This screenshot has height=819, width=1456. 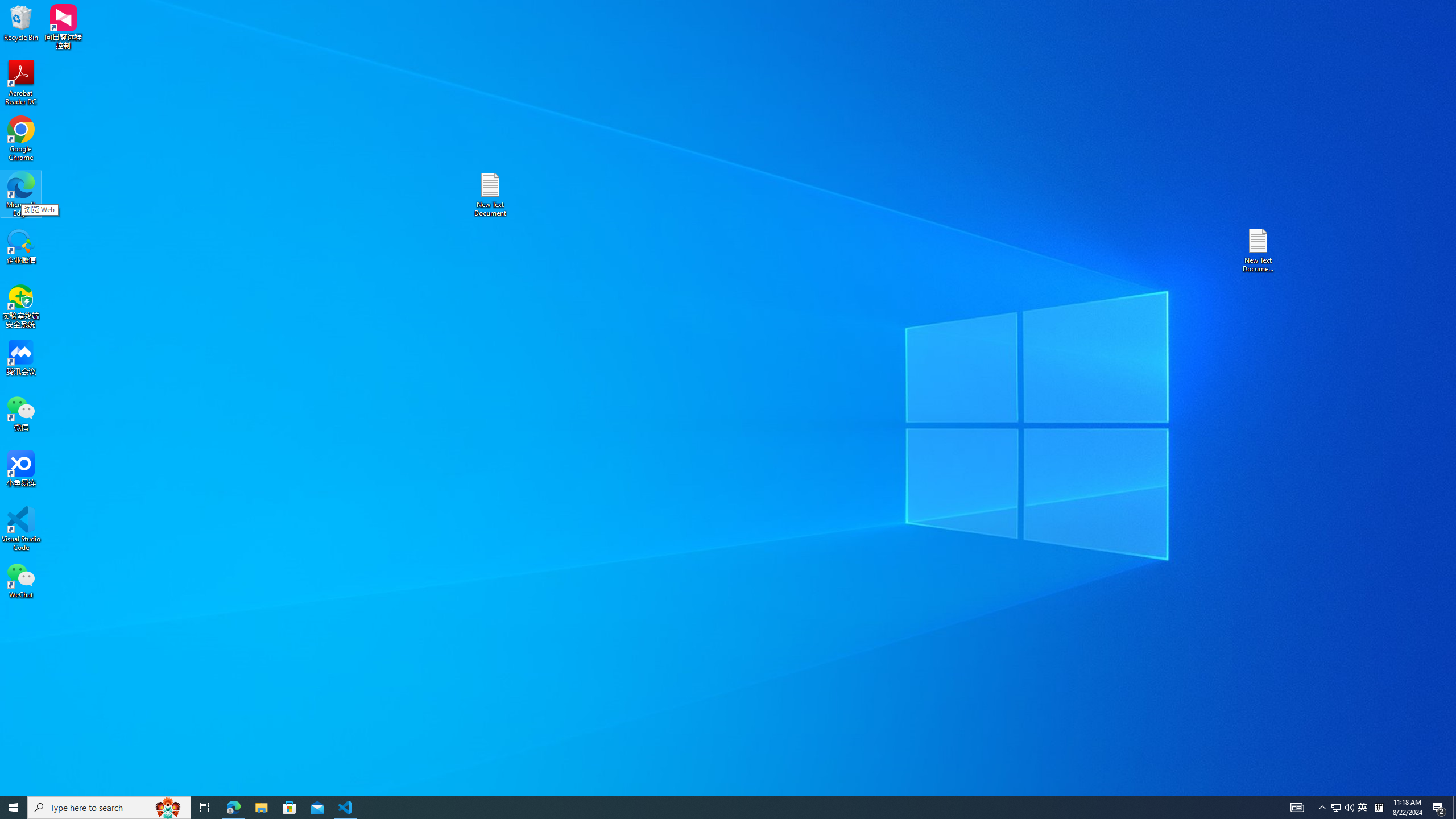 What do you see at coordinates (167, 806) in the screenshot?
I see `'Search highlights icon opens search home window'` at bounding box center [167, 806].